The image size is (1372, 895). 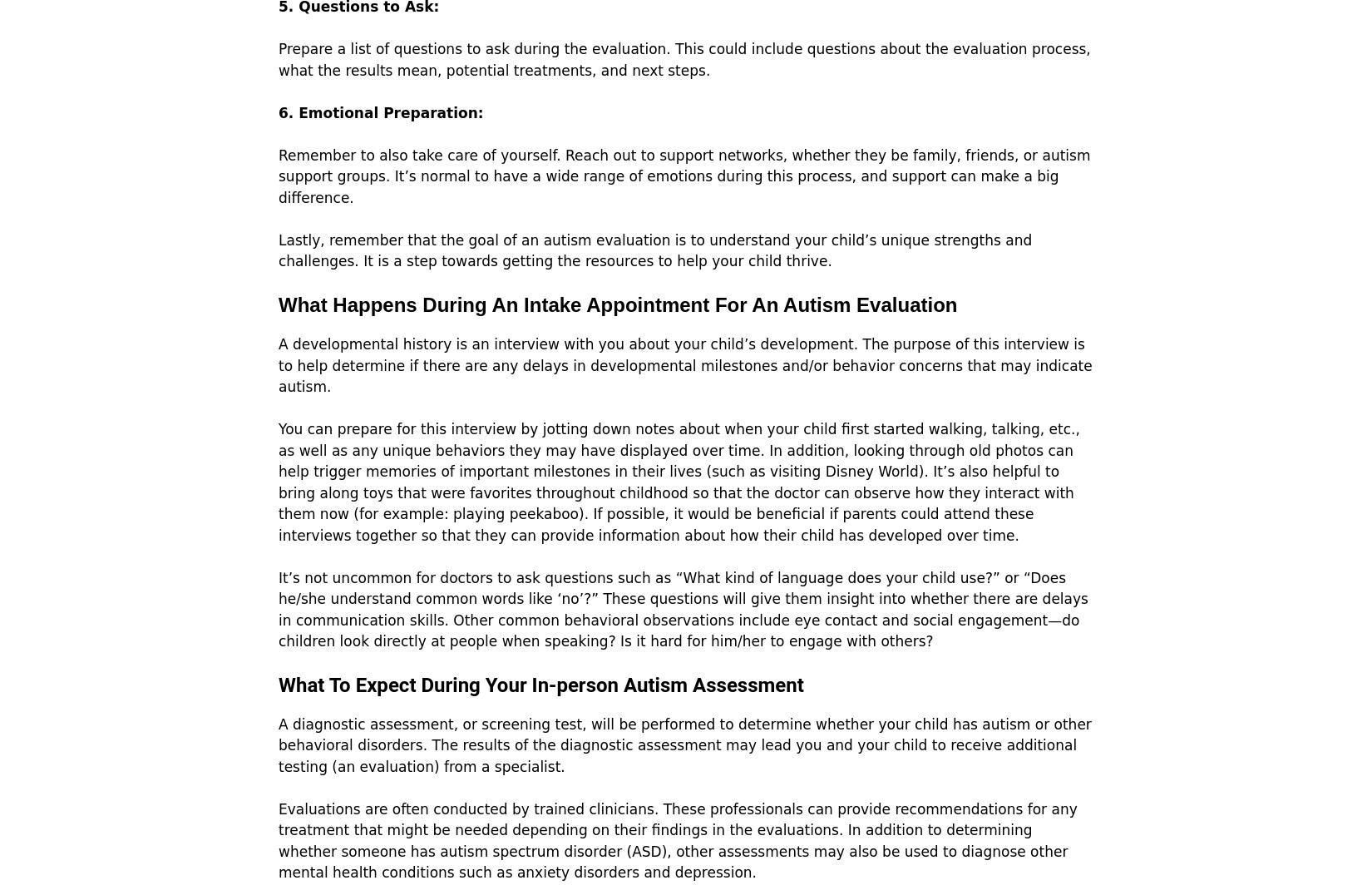 What do you see at coordinates (676, 839) in the screenshot?
I see `'Evaluations are often conducted by trained clinicians. These professionals can provide recommendations for any treatment that might be needed depending on their findings in the evaluations. In addition to determining whether someone has autism spectrum disorder (ASD), other assessments may also be used to diagnose other mental health conditions such as anxiety disorders and depression.'` at bounding box center [676, 839].